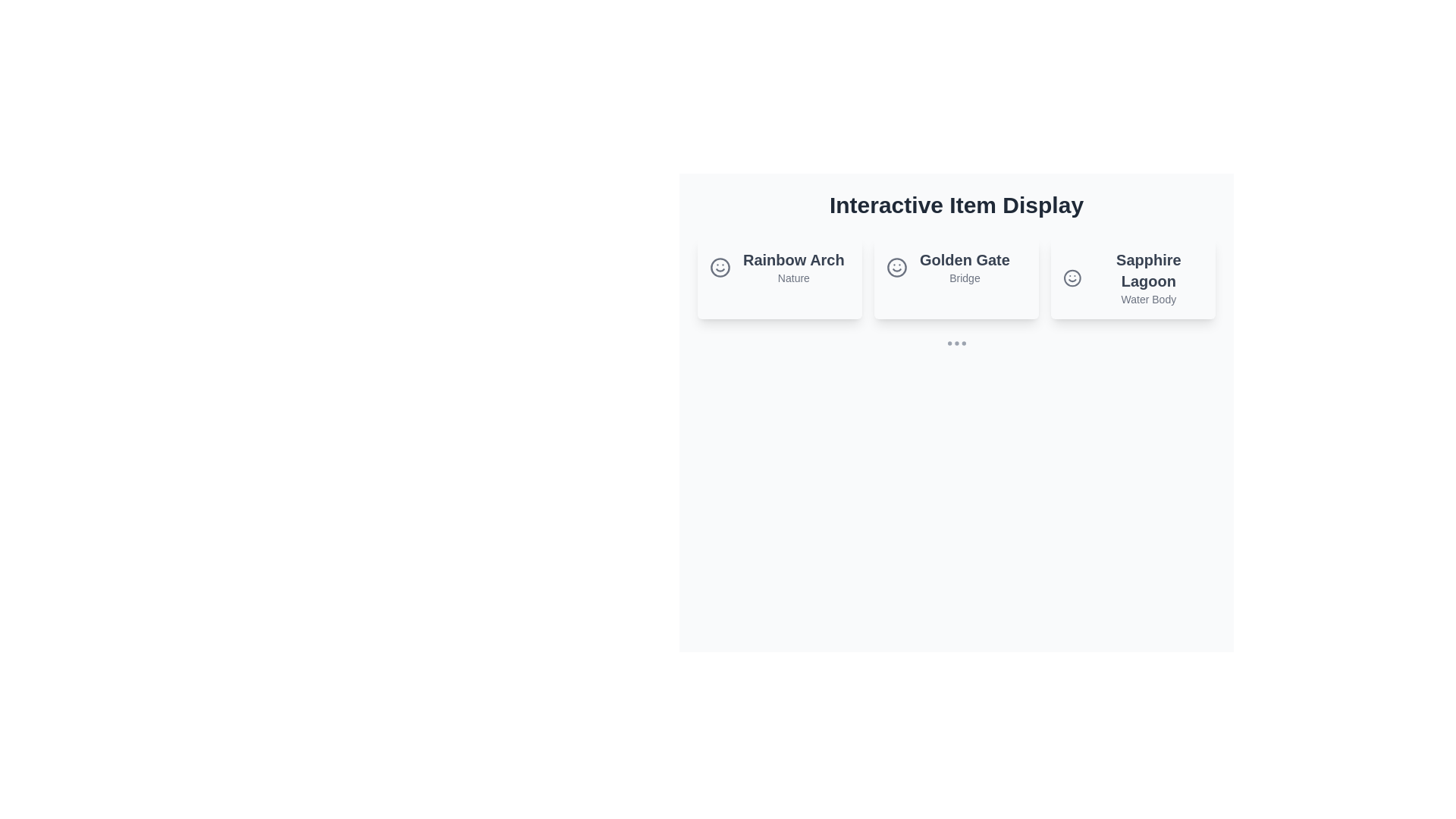  Describe the element at coordinates (1072, 278) in the screenshot. I see `the circular portion of the smiley face icon within the 'Sapphire Lagoon' card, which is the third card in a horizontal list below the 'Interactive Item Display' title` at that location.